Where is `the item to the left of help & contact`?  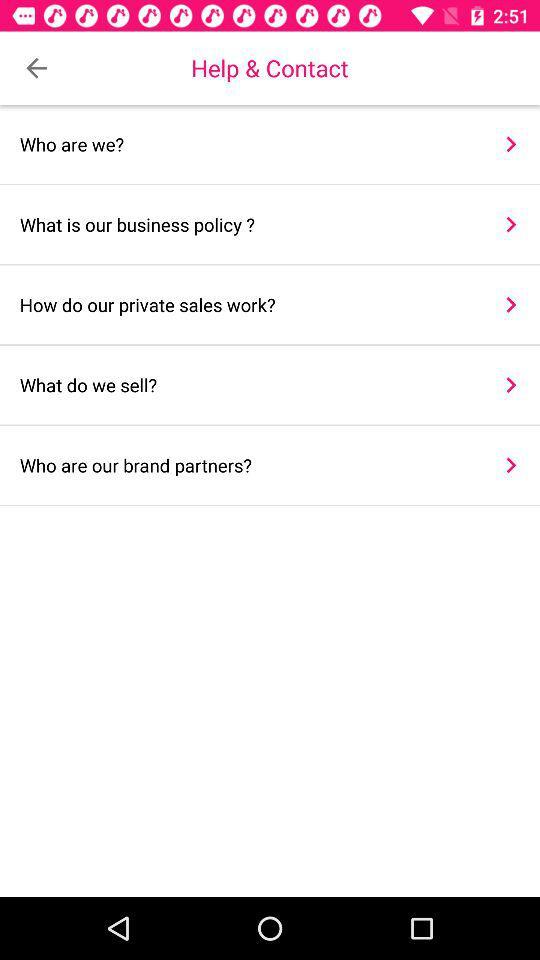 the item to the left of help & contact is located at coordinates (36, 68).